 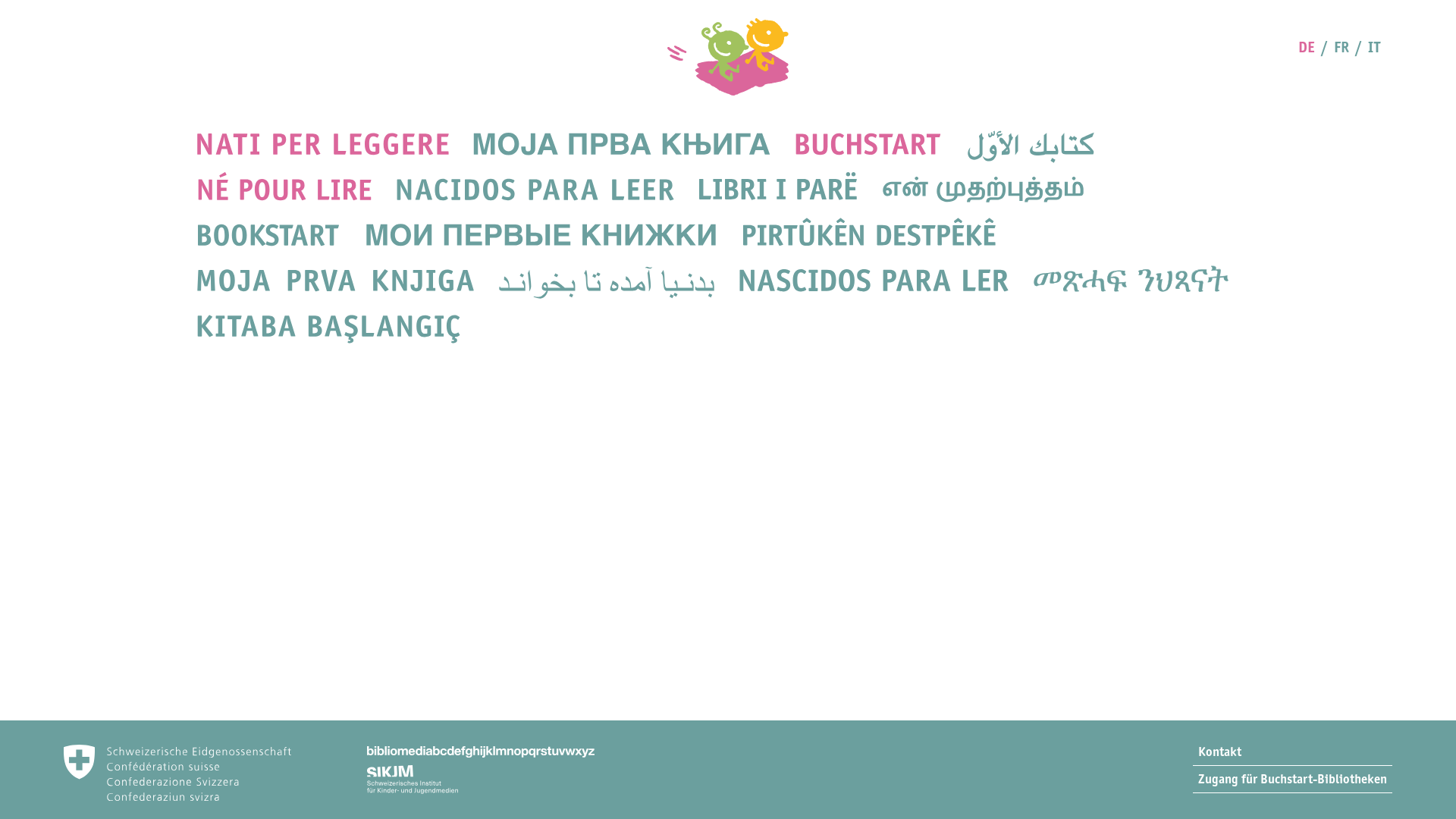 What do you see at coordinates (1341, 45) in the screenshot?
I see `'FR'` at bounding box center [1341, 45].